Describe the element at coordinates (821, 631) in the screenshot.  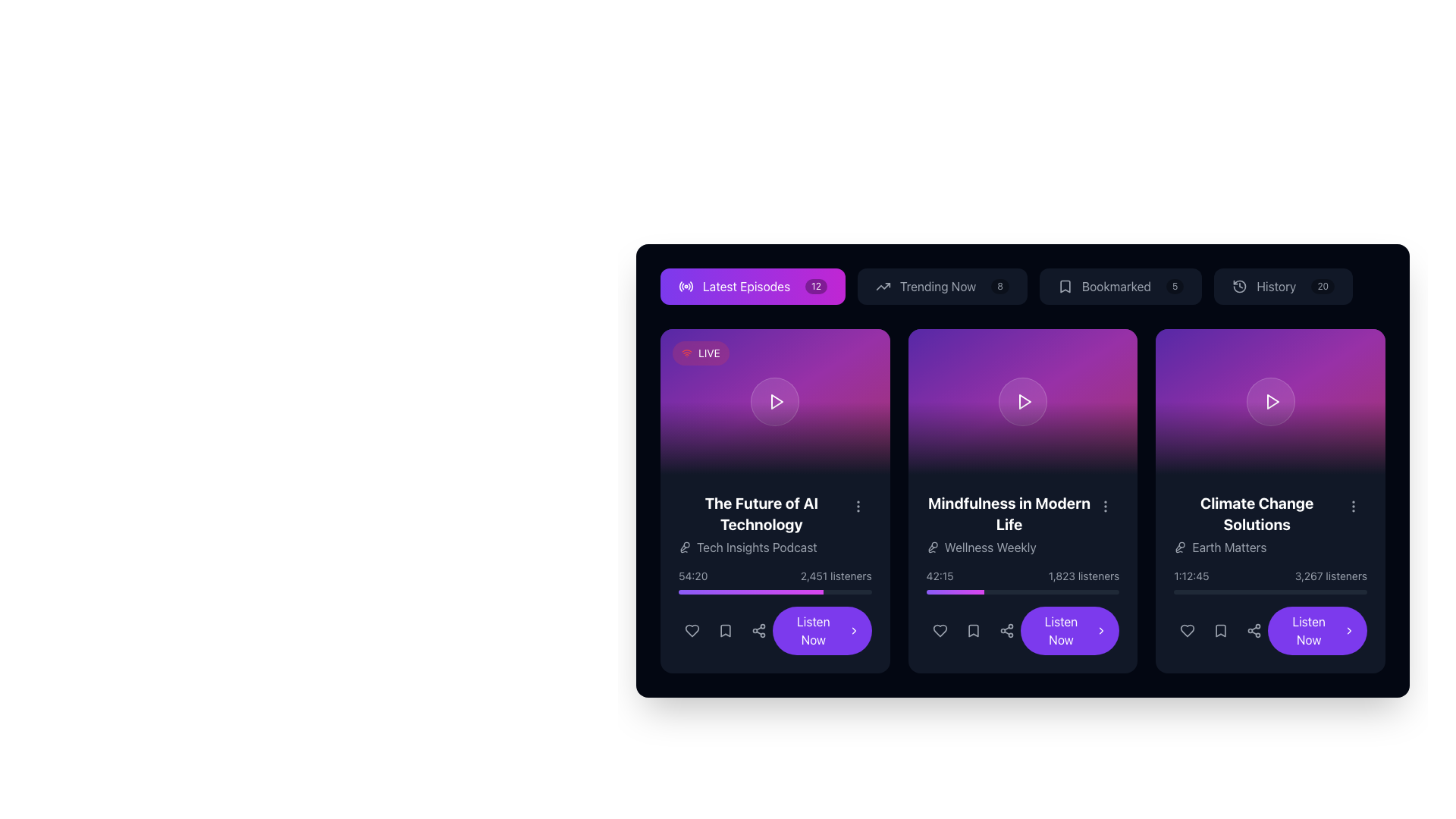
I see `the rounded violet button labeled 'Listen Now' located at the bottom right of the card titled 'The Future of AI Technology'` at that location.